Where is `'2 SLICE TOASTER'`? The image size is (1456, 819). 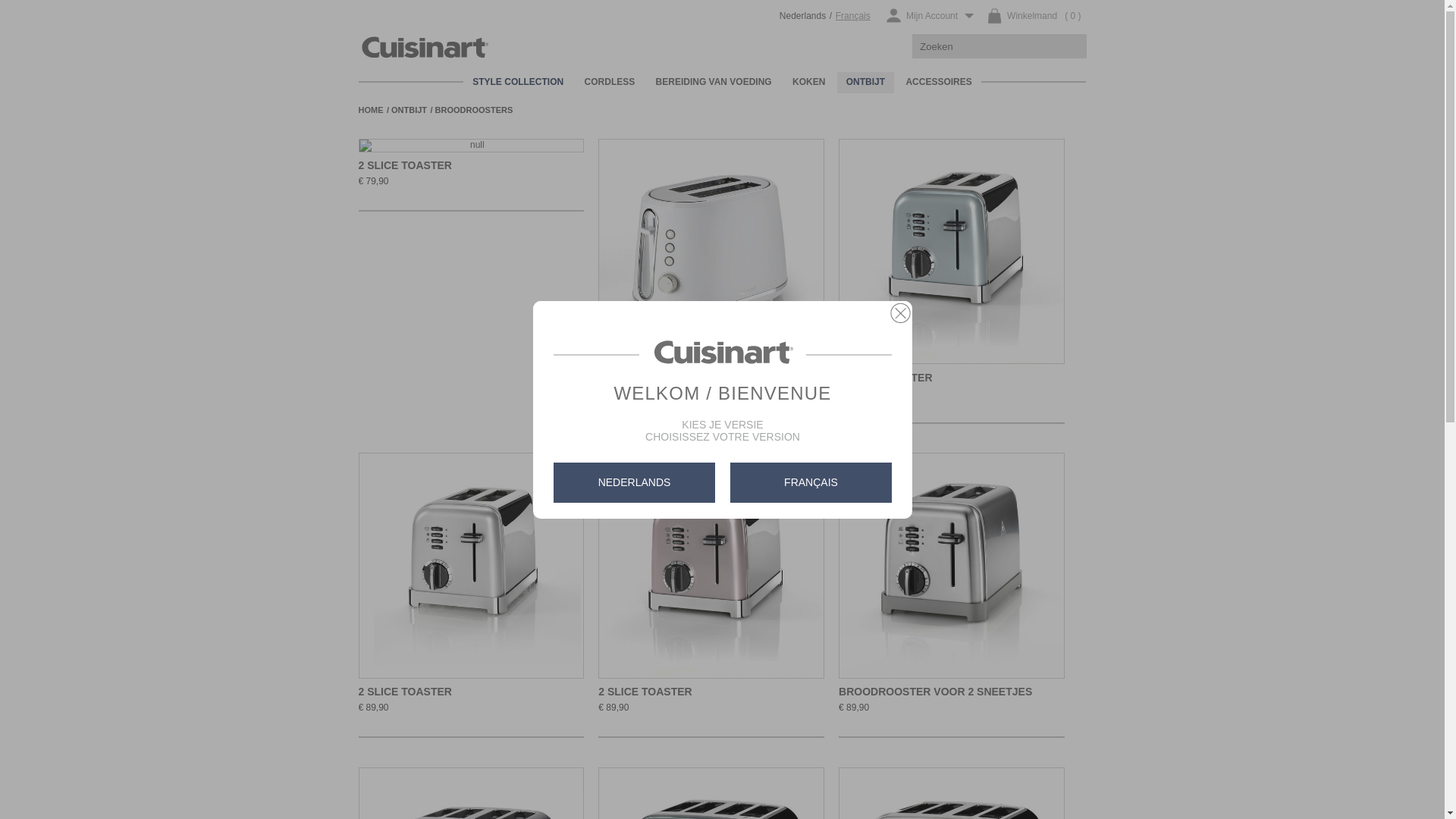 '2 SLICE TOASTER' is located at coordinates (885, 376).